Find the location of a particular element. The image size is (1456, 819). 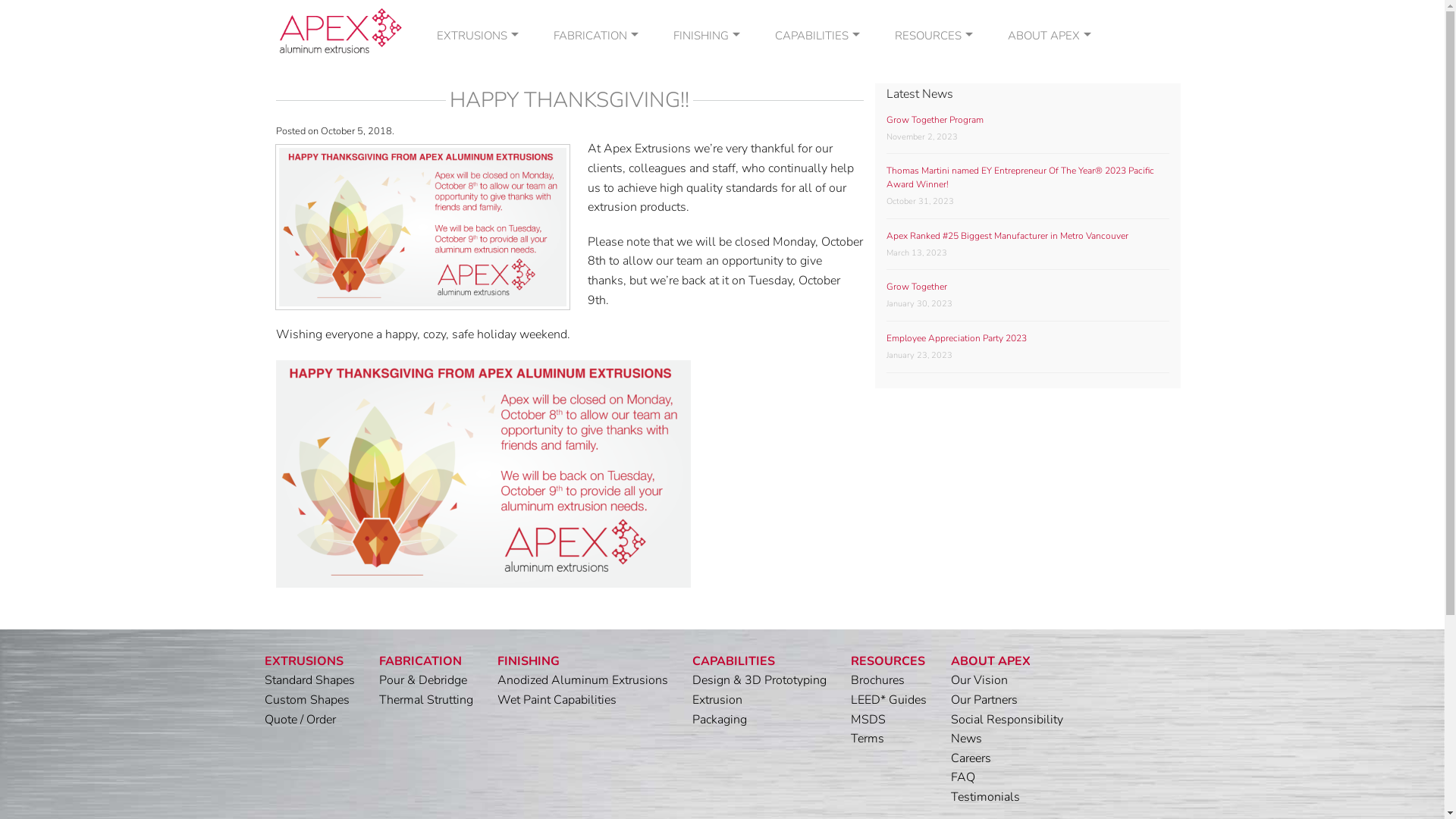

'Custom Shapes' is located at coordinates (263, 699).